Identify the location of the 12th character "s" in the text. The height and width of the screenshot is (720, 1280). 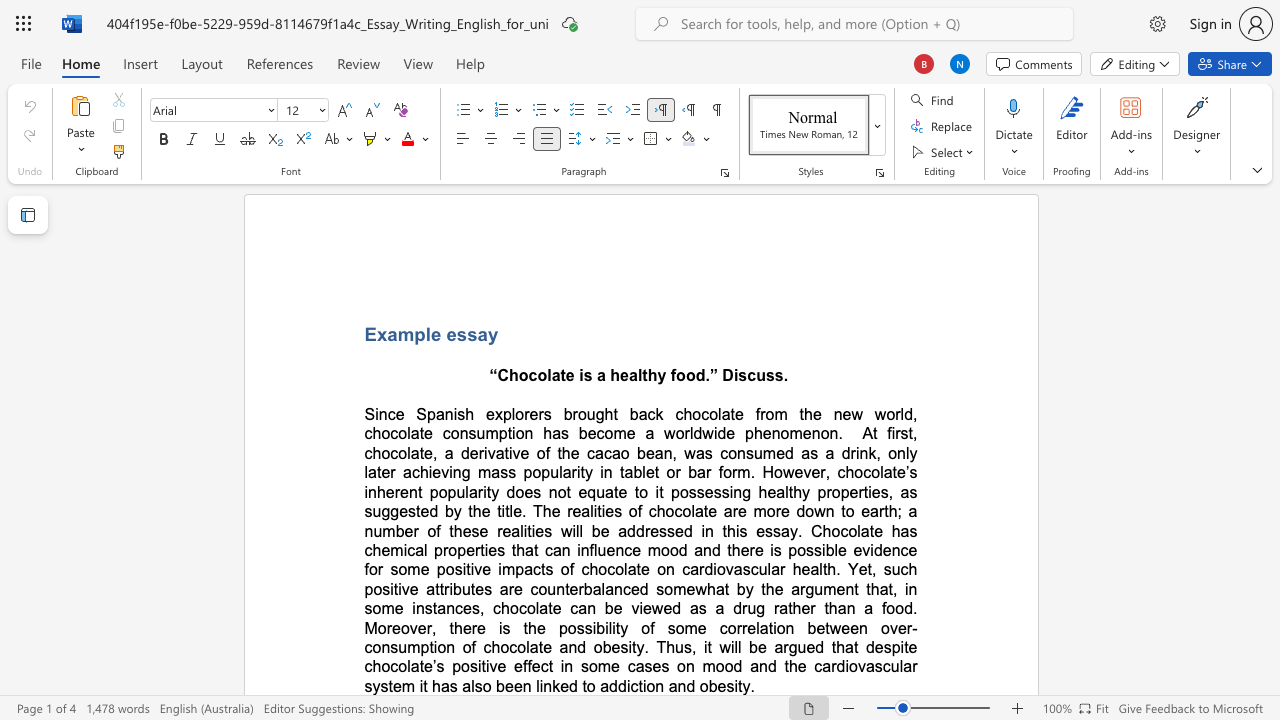
(886, 647).